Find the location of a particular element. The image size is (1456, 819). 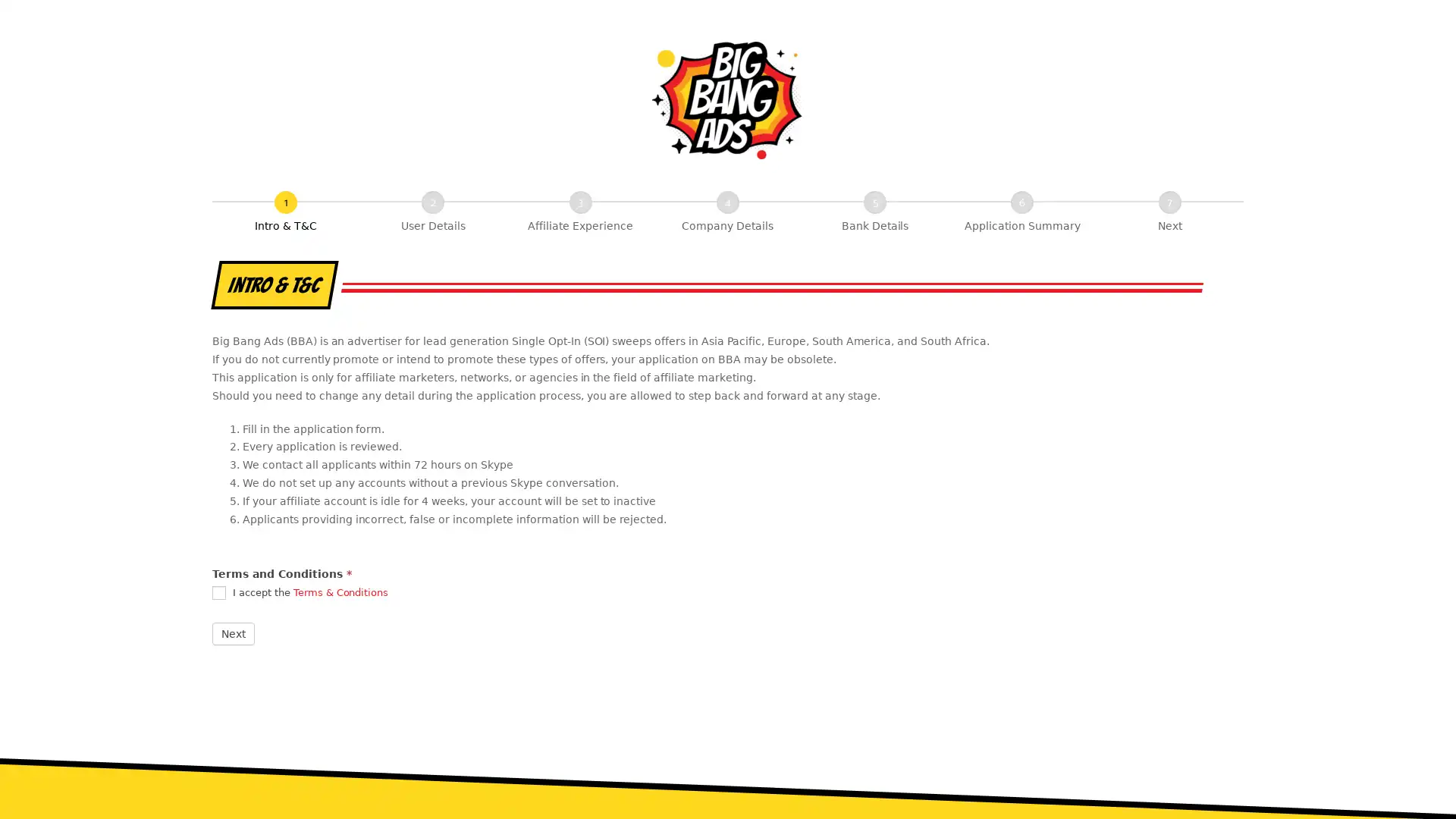

Application Summary is located at coordinates (1022, 201).